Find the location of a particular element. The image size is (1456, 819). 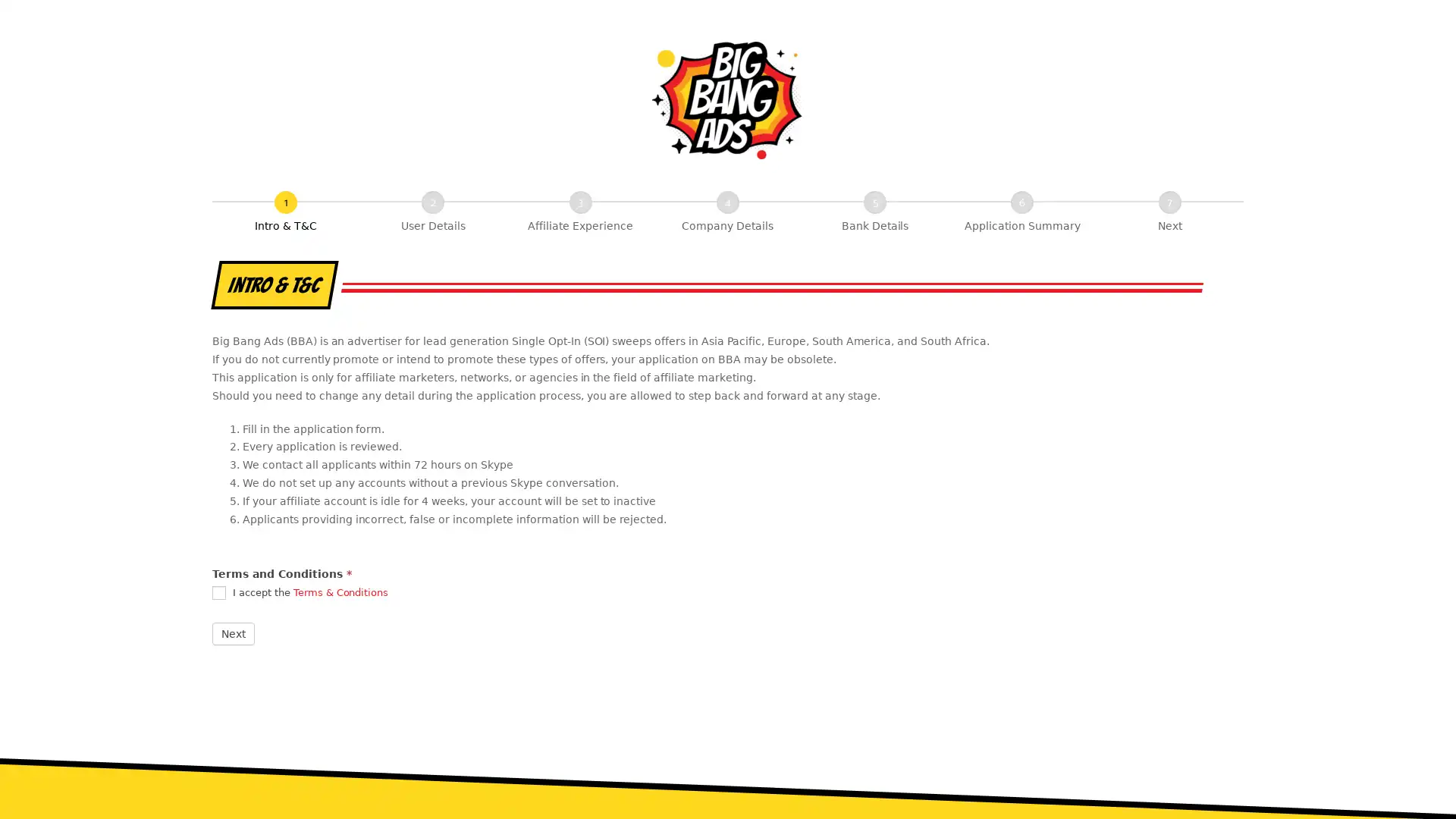

Application Summary is located at coordinates (1022, 201).